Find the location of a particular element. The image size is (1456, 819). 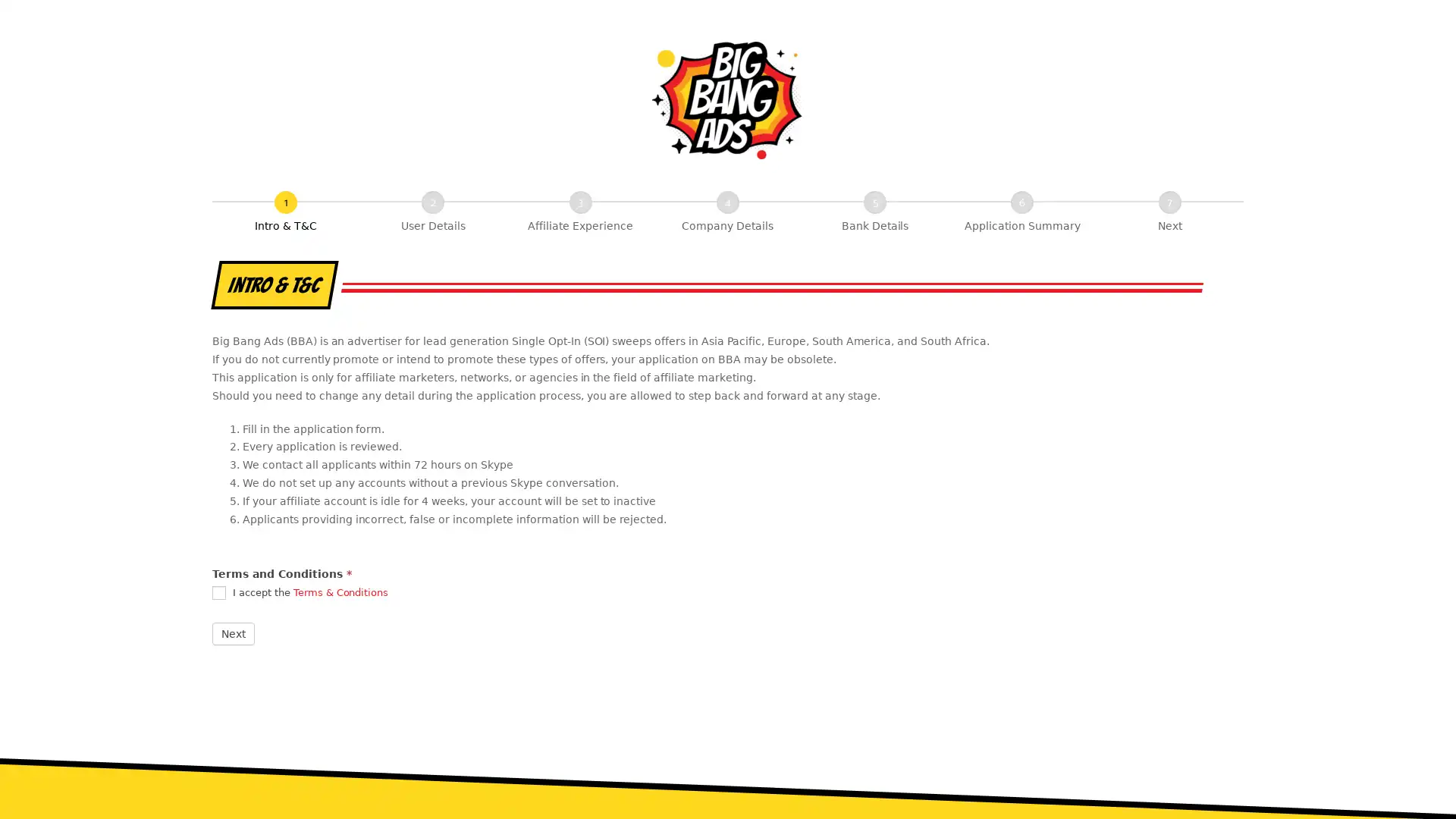

Application Summary is located at coordinates (1022, 201).